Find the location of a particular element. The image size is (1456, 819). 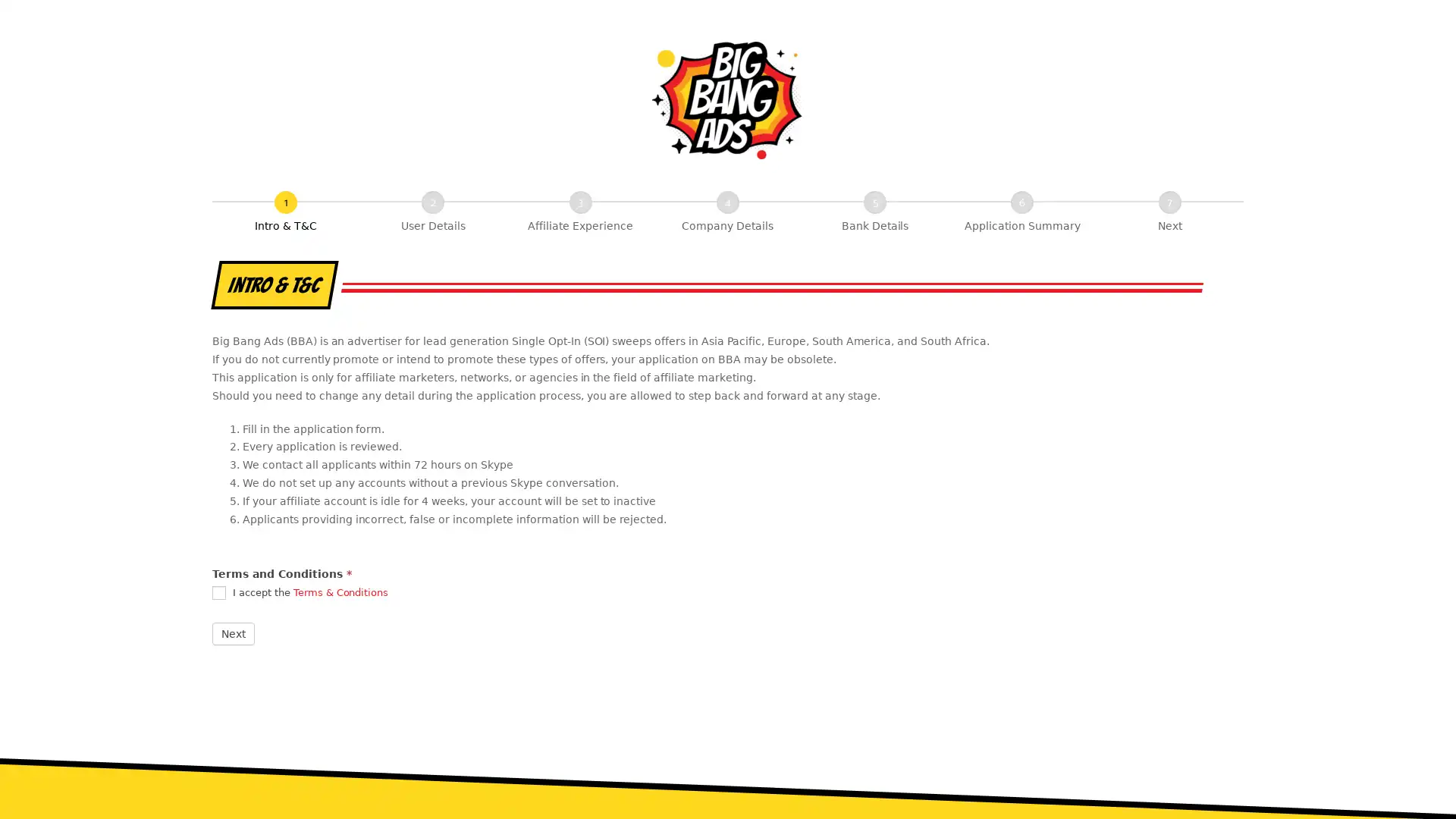

Application Summary is located at coordinates (1022, 201).